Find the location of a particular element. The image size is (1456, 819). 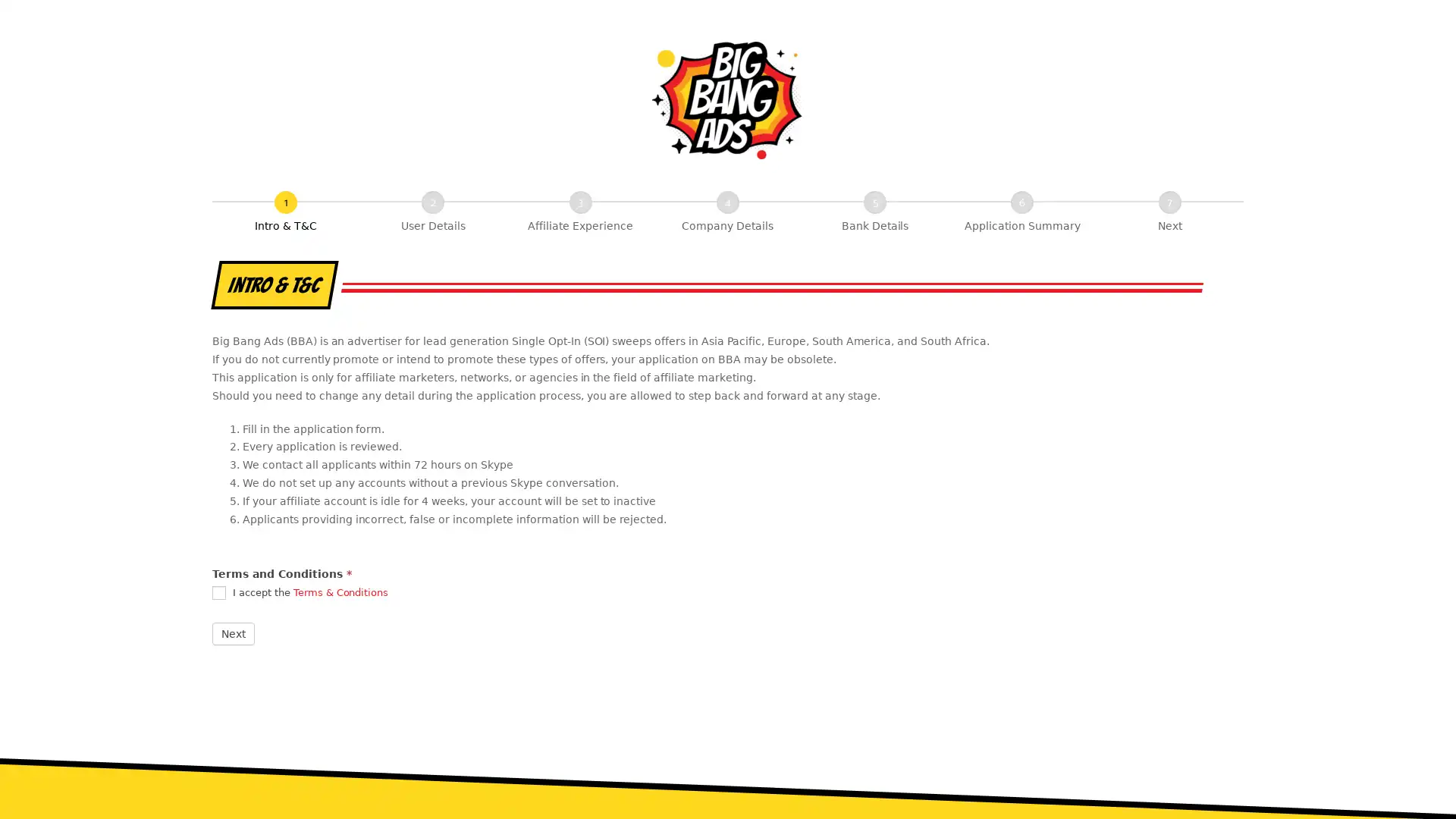

Application Summary is located at coordinates (1022, 201).